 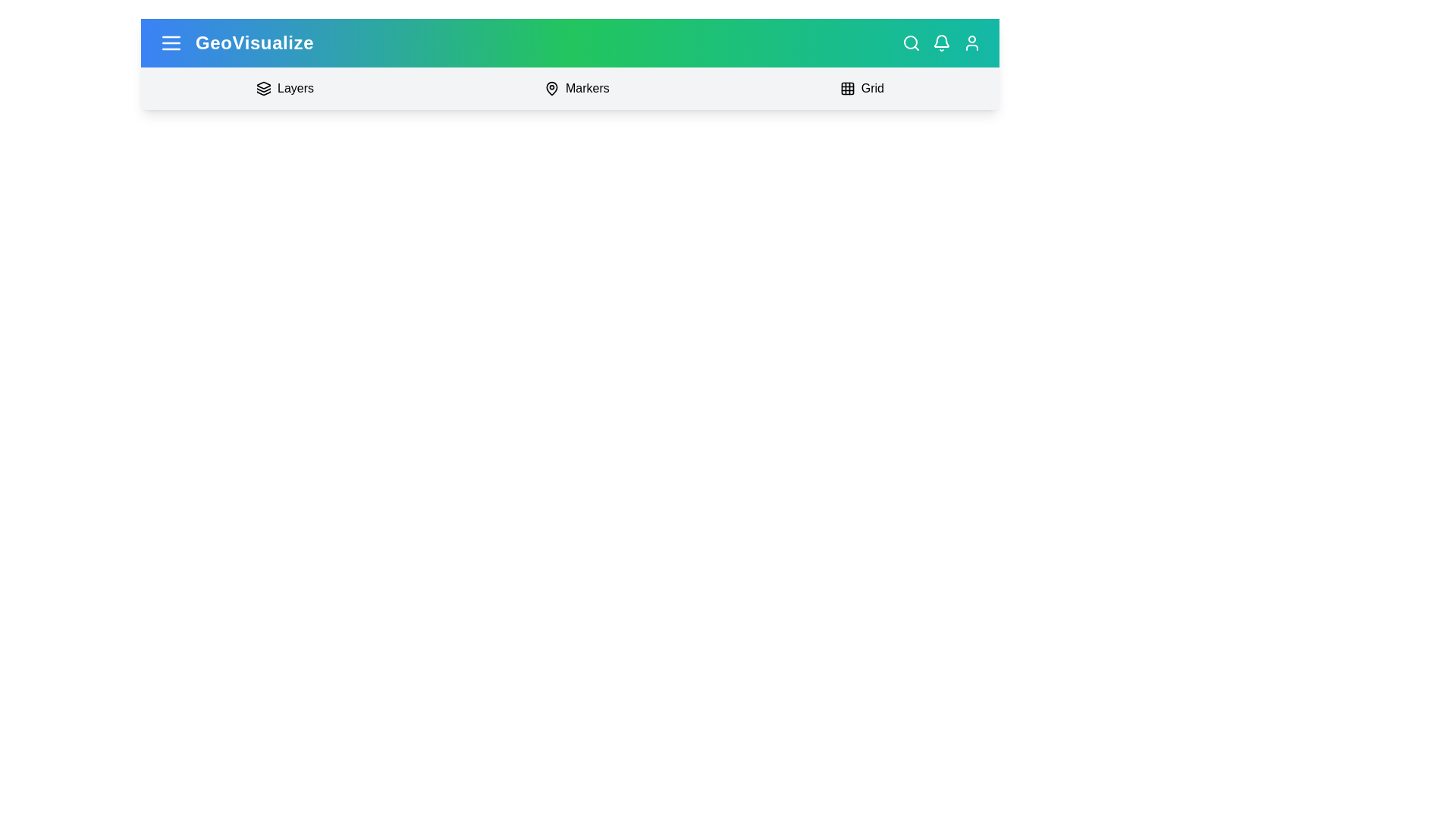 What do you see at coordinates (971, 42) in the screenshot?
I see `the user profile icon to access the user profile` at bounding box center [971, 42].